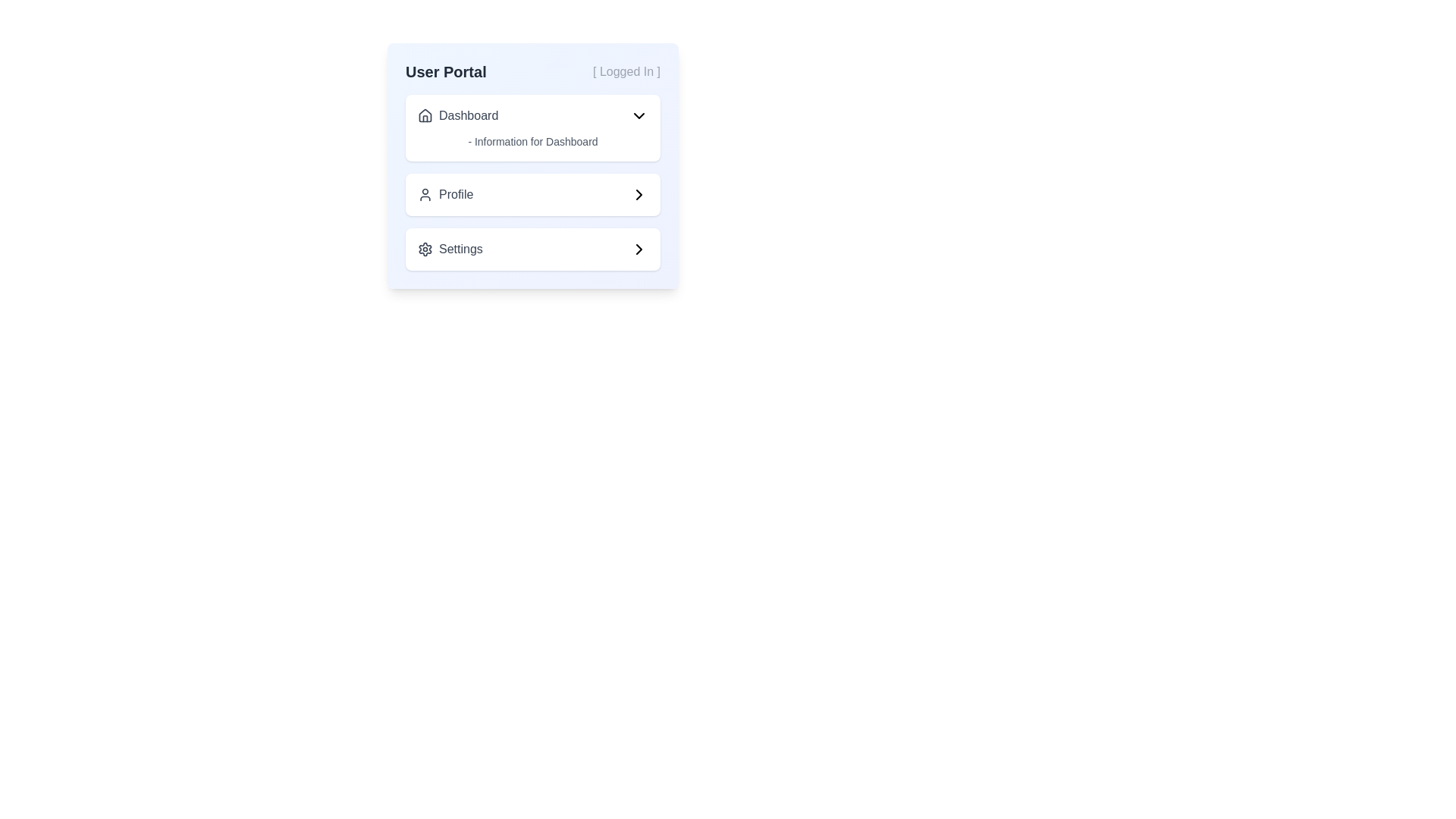  What do you see at coordinates (639, 248) in the screenshot?
I see `the rightward pointing chevron arrow icon button located at the far-right end of the 'Settings' list item to emphasize it` at bounding box center [639, 248].